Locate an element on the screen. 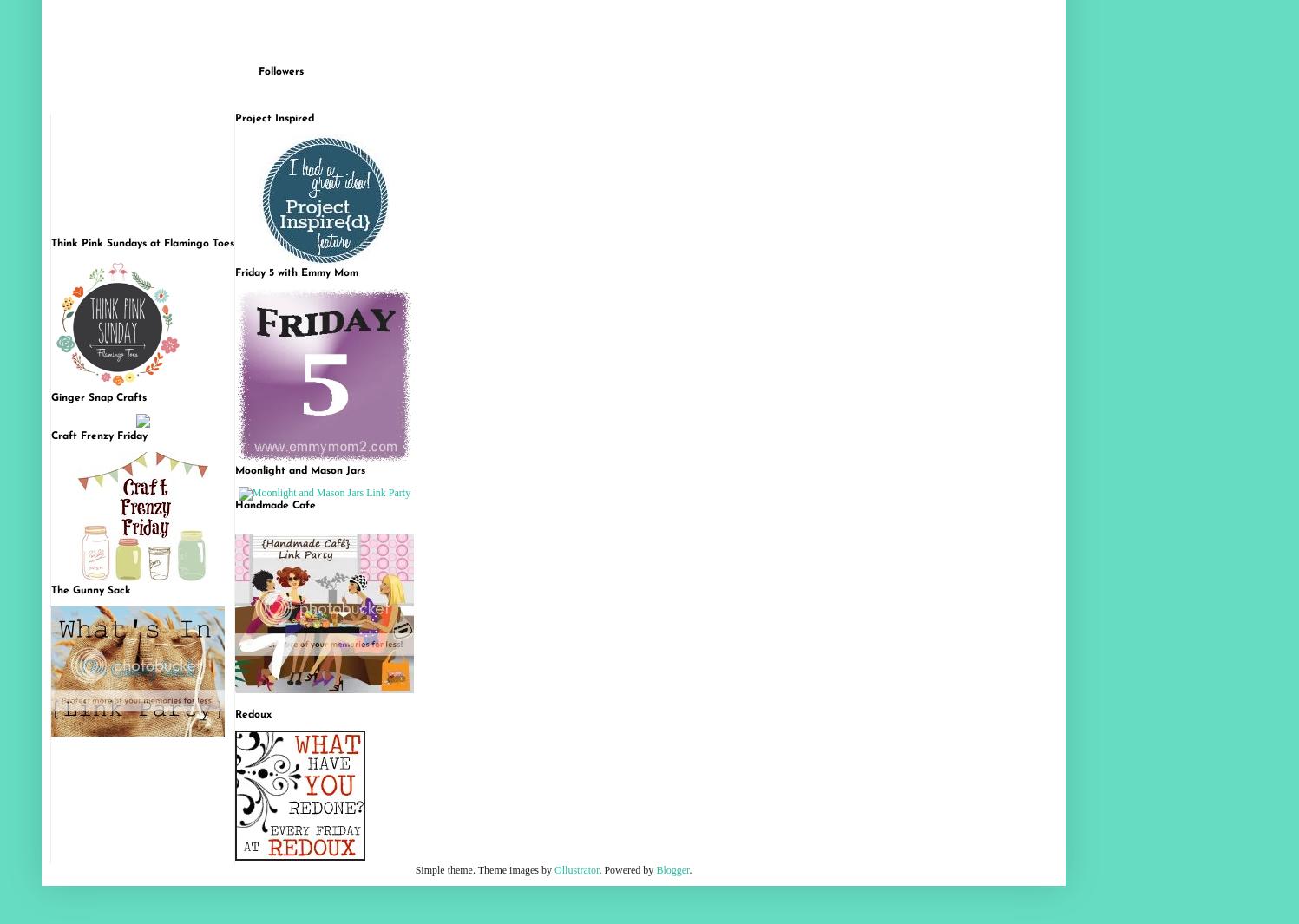  'Followers' is located at coordinates (280, 70).